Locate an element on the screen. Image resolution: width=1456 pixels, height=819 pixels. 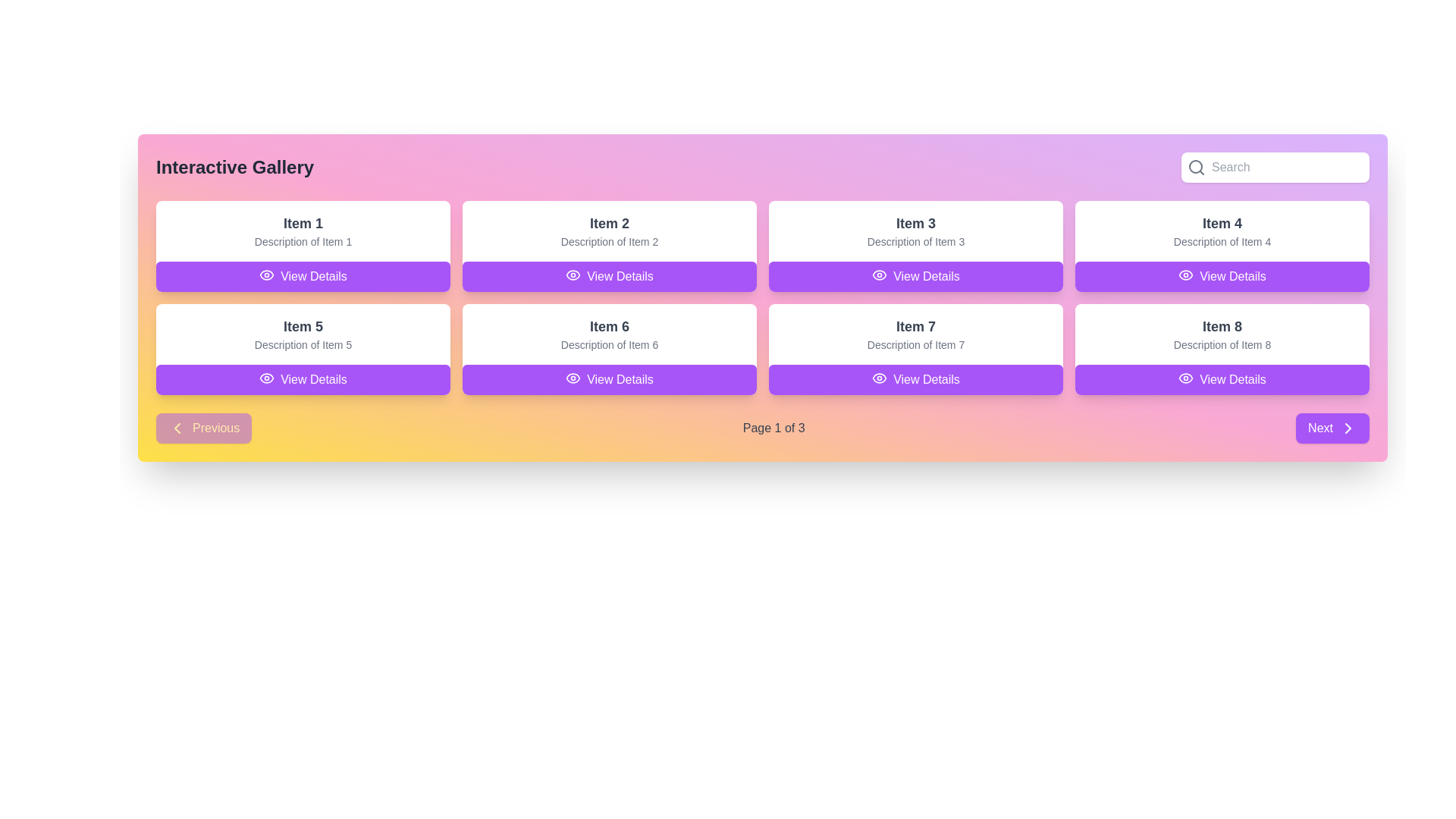
text information from the card titled 'Item 4' located in the top-right region of the grid, which contains the subtitle 'Description of Item 4' is located at coordinates (1222, 245).